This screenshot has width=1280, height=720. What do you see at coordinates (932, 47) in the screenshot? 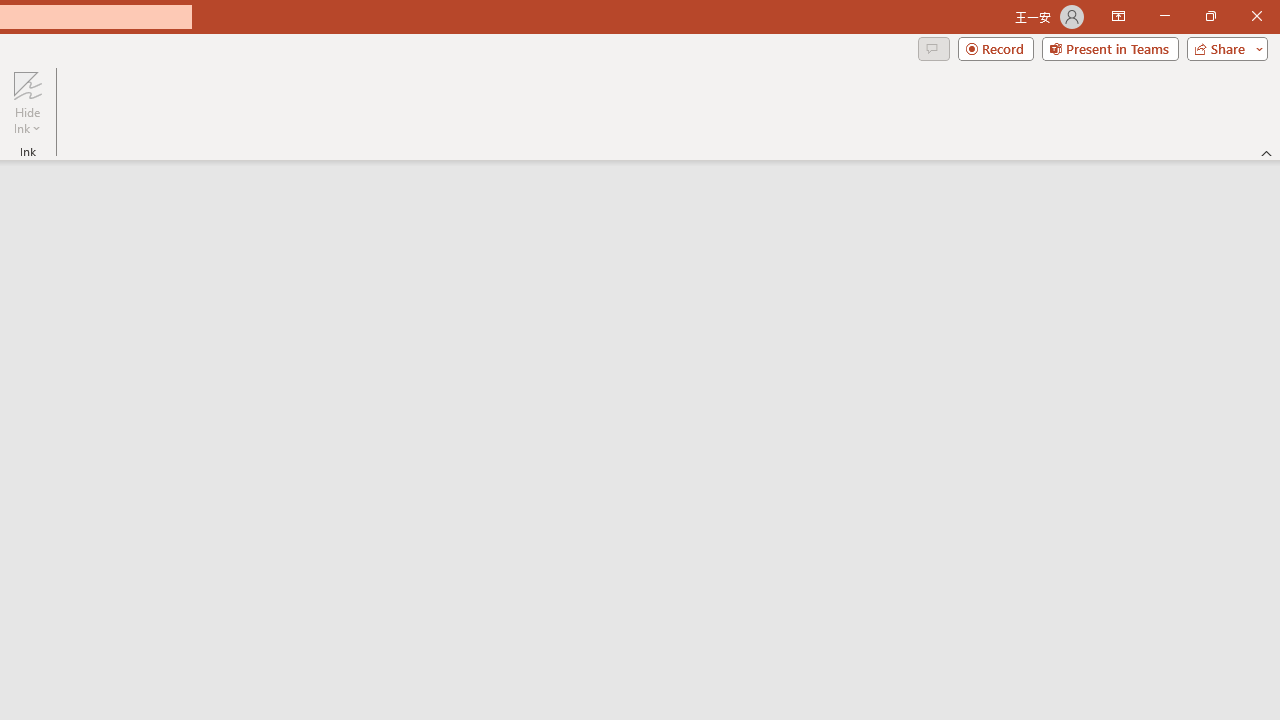
I see `'Comments'` at bounding box center [932, 47].